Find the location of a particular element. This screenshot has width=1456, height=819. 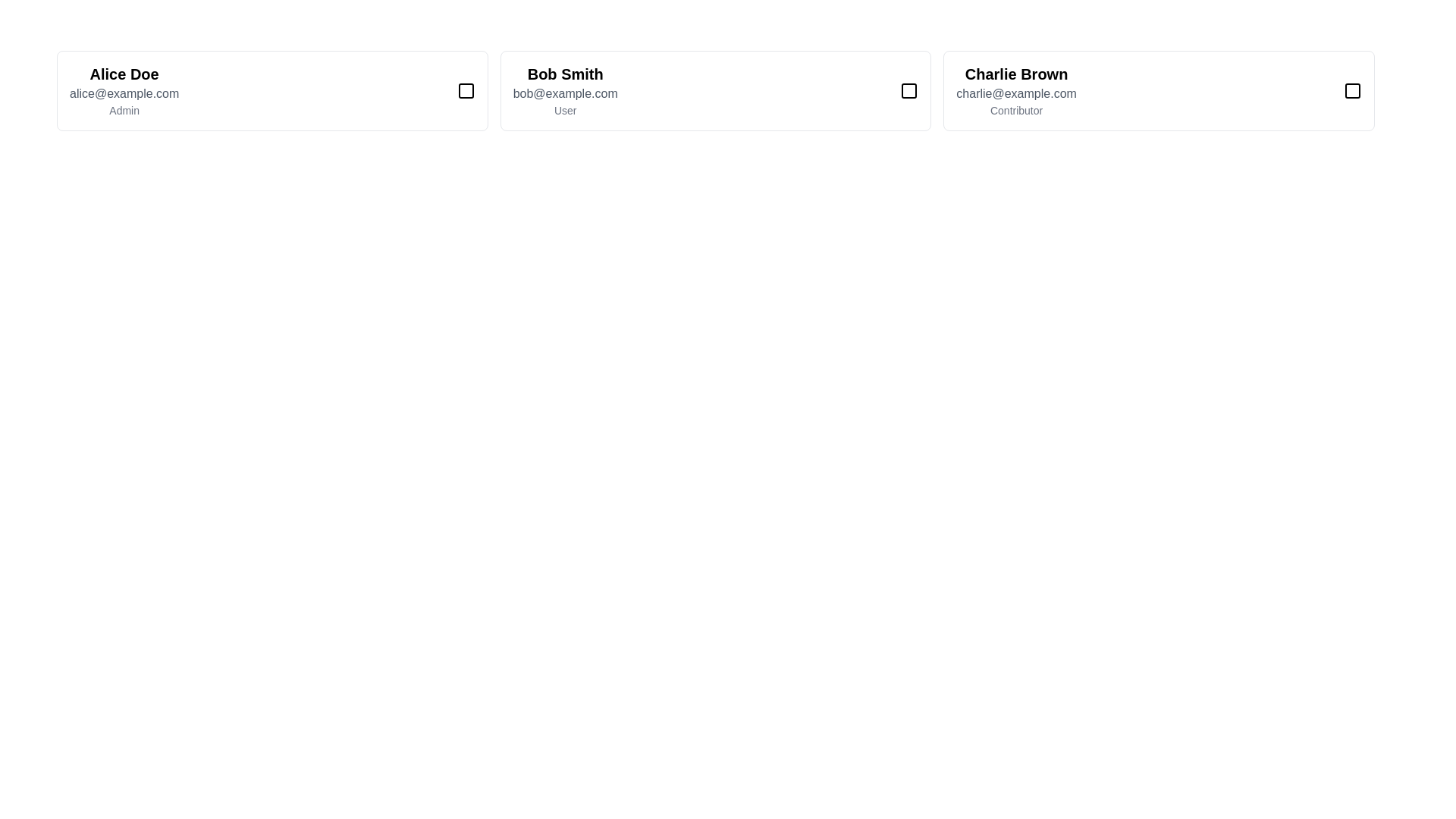

user information displayed in the text block located centrally within the second card, positioned between 'Alice Doe' and 'Charlie Brown' is located at coordinates (564, 90).